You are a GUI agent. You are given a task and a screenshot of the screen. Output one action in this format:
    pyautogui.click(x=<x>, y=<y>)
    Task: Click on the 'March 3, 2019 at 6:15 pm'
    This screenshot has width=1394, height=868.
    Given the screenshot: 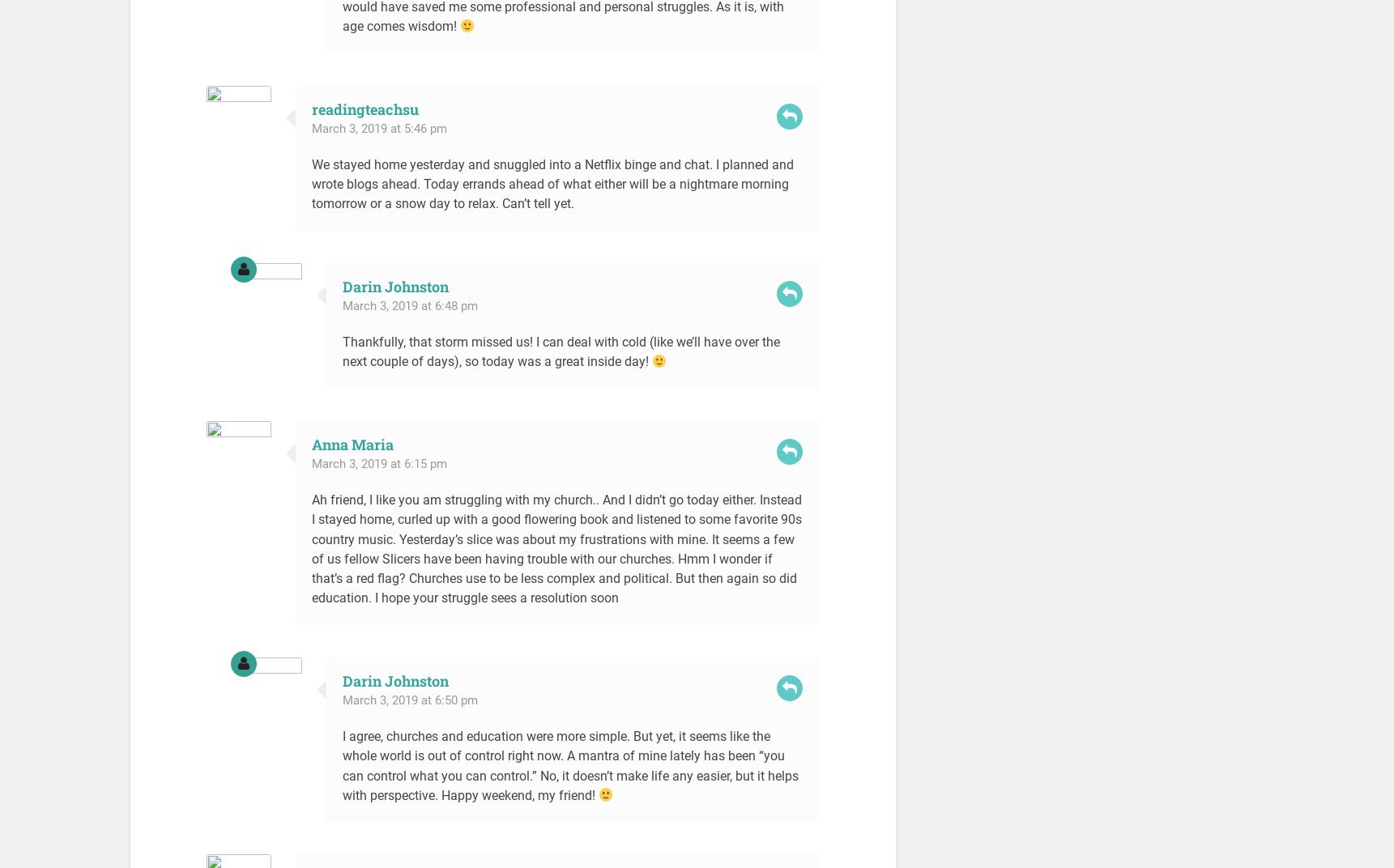 What is the action you would take?
    pyautogui.click(x=379, y=462)
    